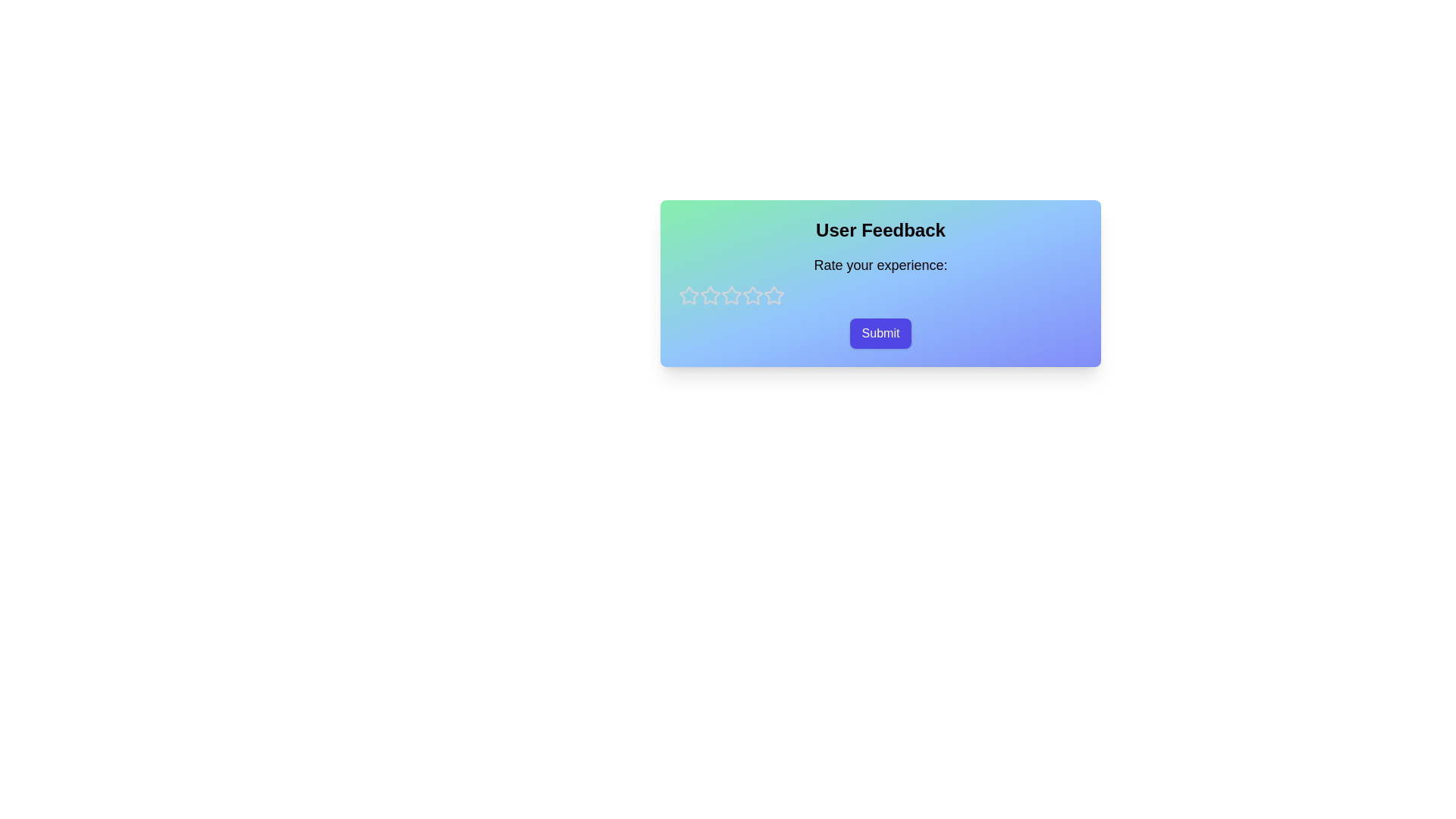 The image size is (1456, 819). What do you see at coordinates (731, 295) in the screenshot?
I see `the fourth star icon in the user feedback section` at bounding box center [731, 295].